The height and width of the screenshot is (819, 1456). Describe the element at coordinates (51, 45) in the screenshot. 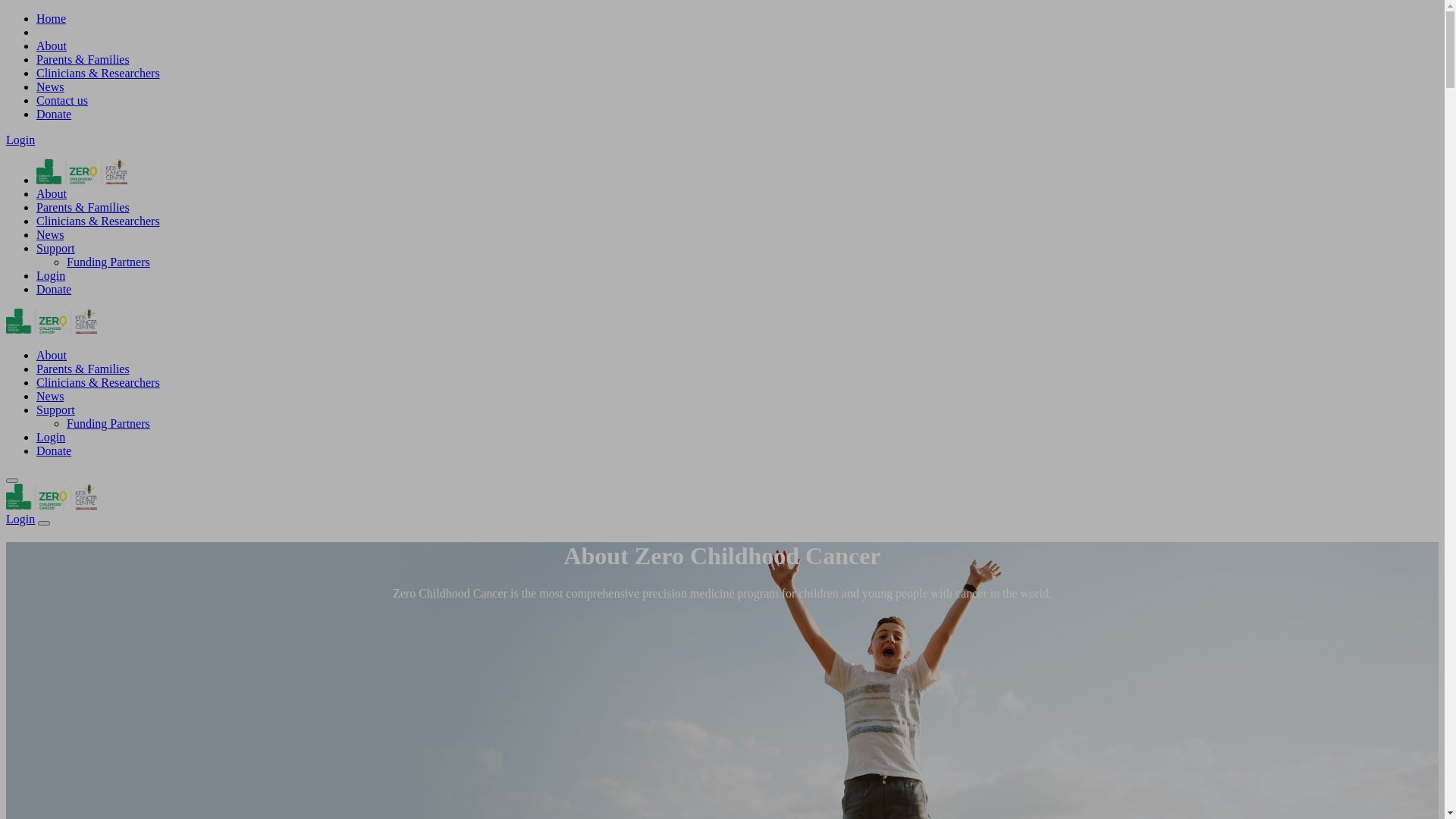

I see `'About'` at that location.